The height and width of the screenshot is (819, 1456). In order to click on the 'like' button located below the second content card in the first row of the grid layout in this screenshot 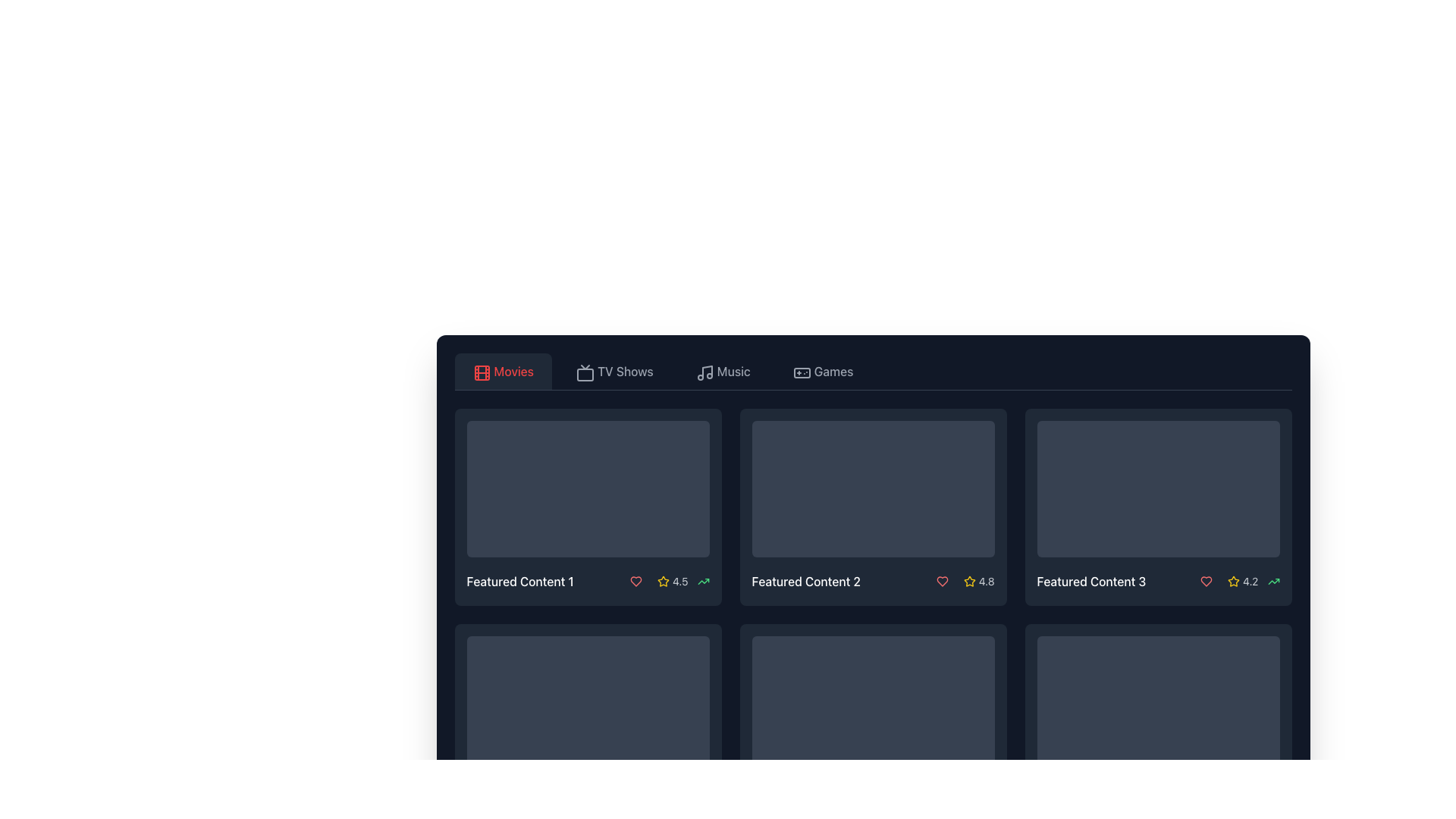, I will do `click(941, 581)`.